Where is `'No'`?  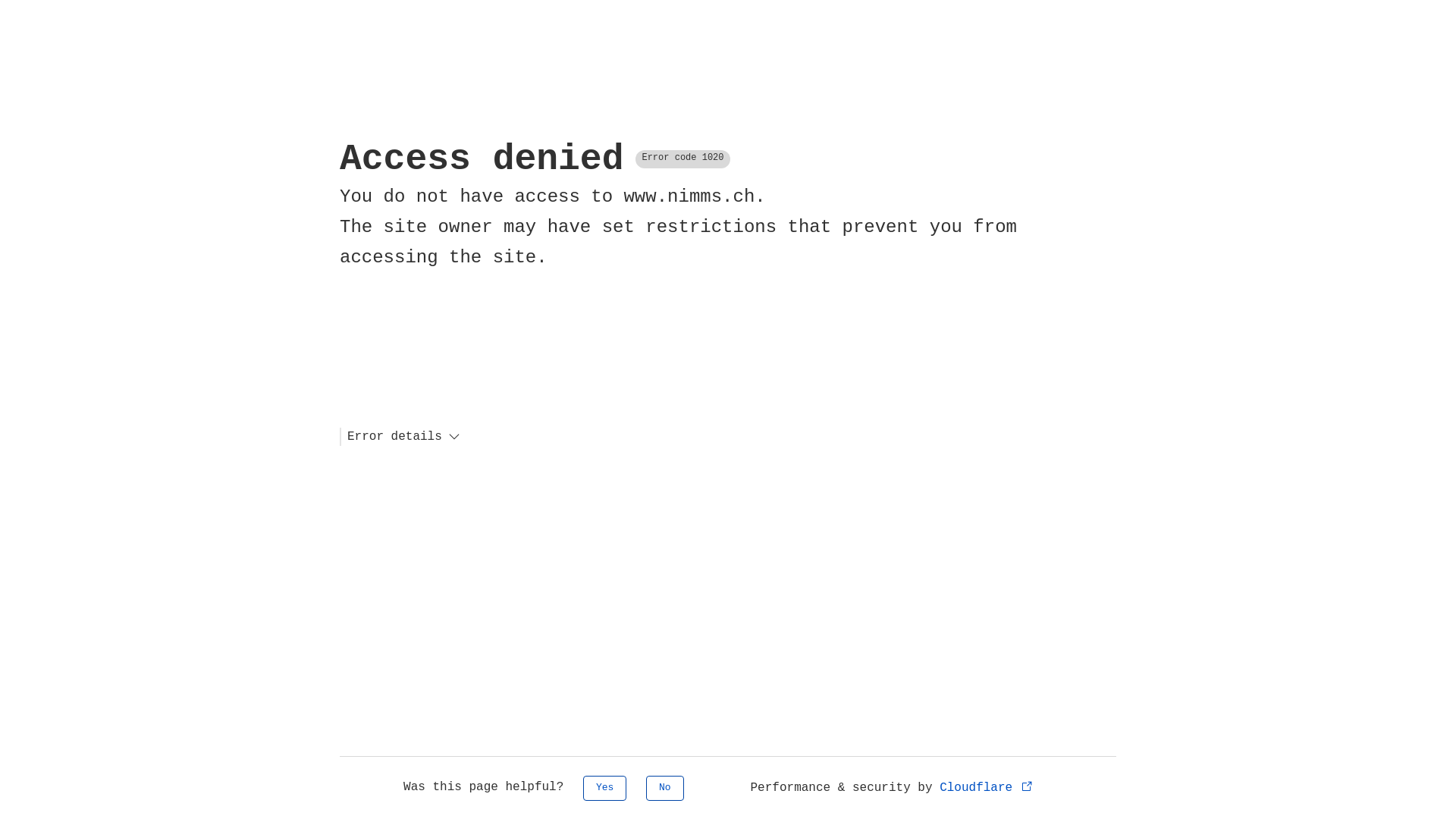 'No' is located at coordinates (665, 787).